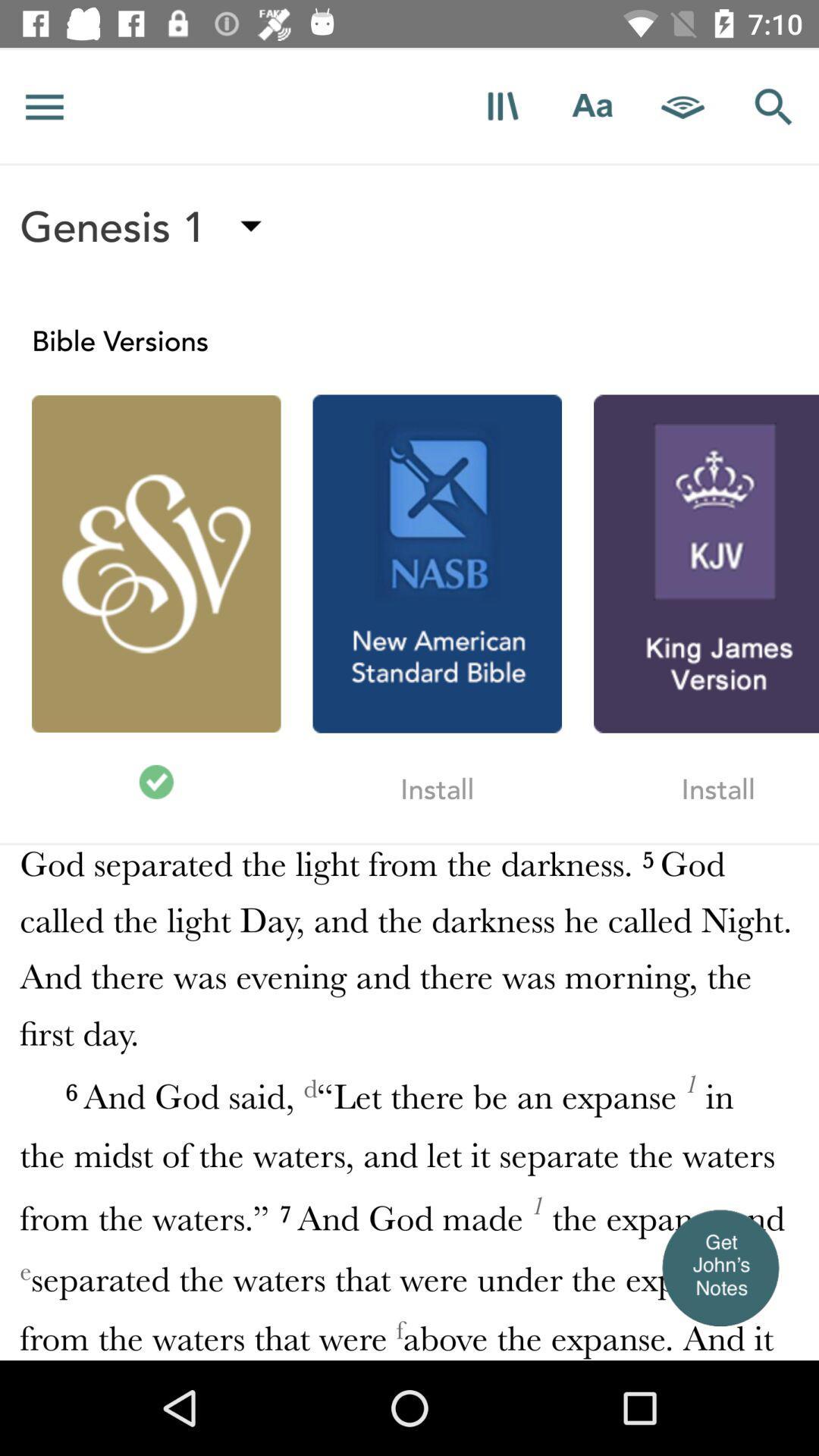 This screenshot has width=819, height=1456. Describe the element at coordinates (773, 105) in the screenshot. I see `shows search option` at that location.